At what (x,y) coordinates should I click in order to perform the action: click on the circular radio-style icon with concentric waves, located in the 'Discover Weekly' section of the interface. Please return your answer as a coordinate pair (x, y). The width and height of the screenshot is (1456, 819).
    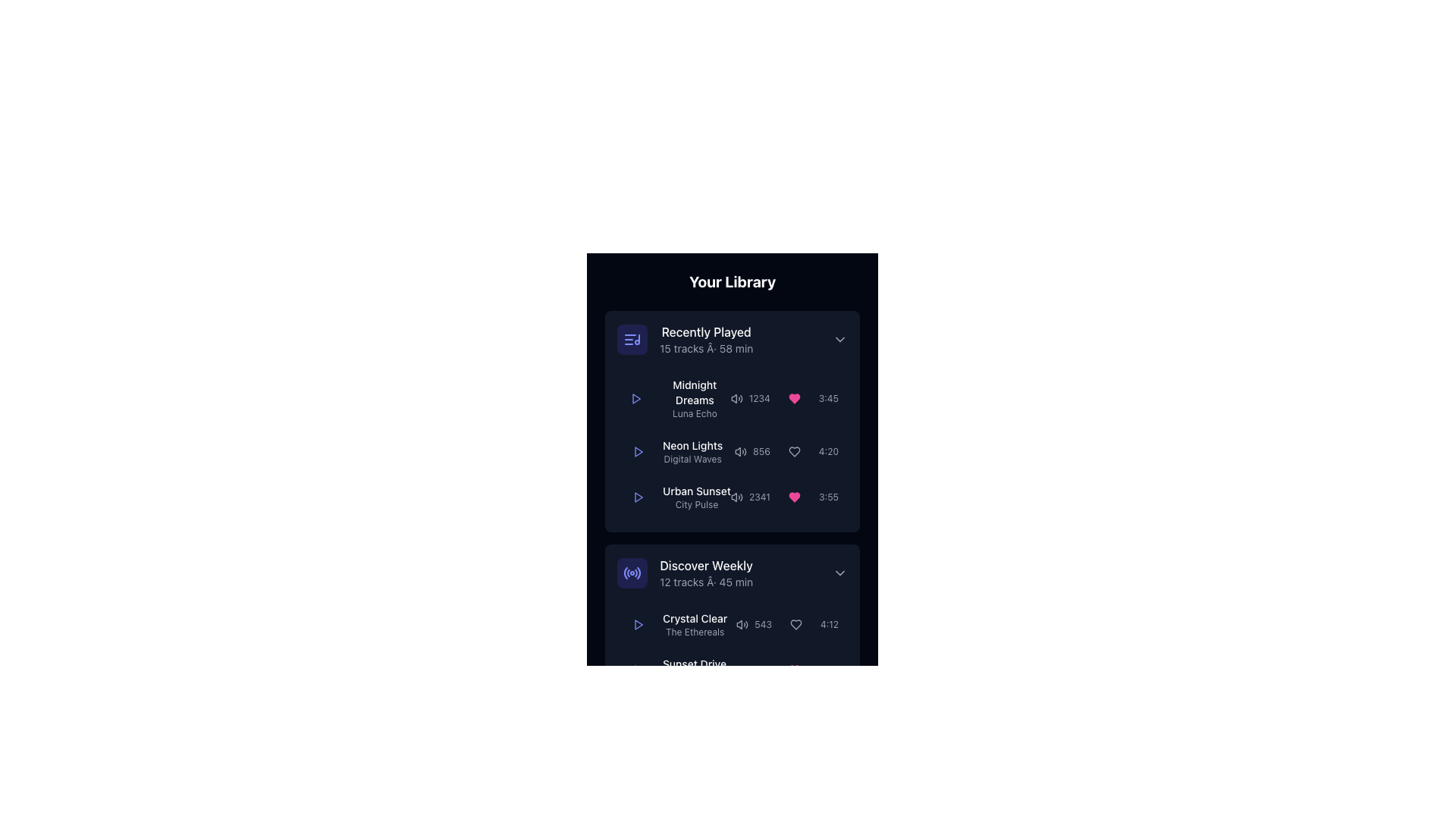
    Looking at the image, I should click on (632, 573).